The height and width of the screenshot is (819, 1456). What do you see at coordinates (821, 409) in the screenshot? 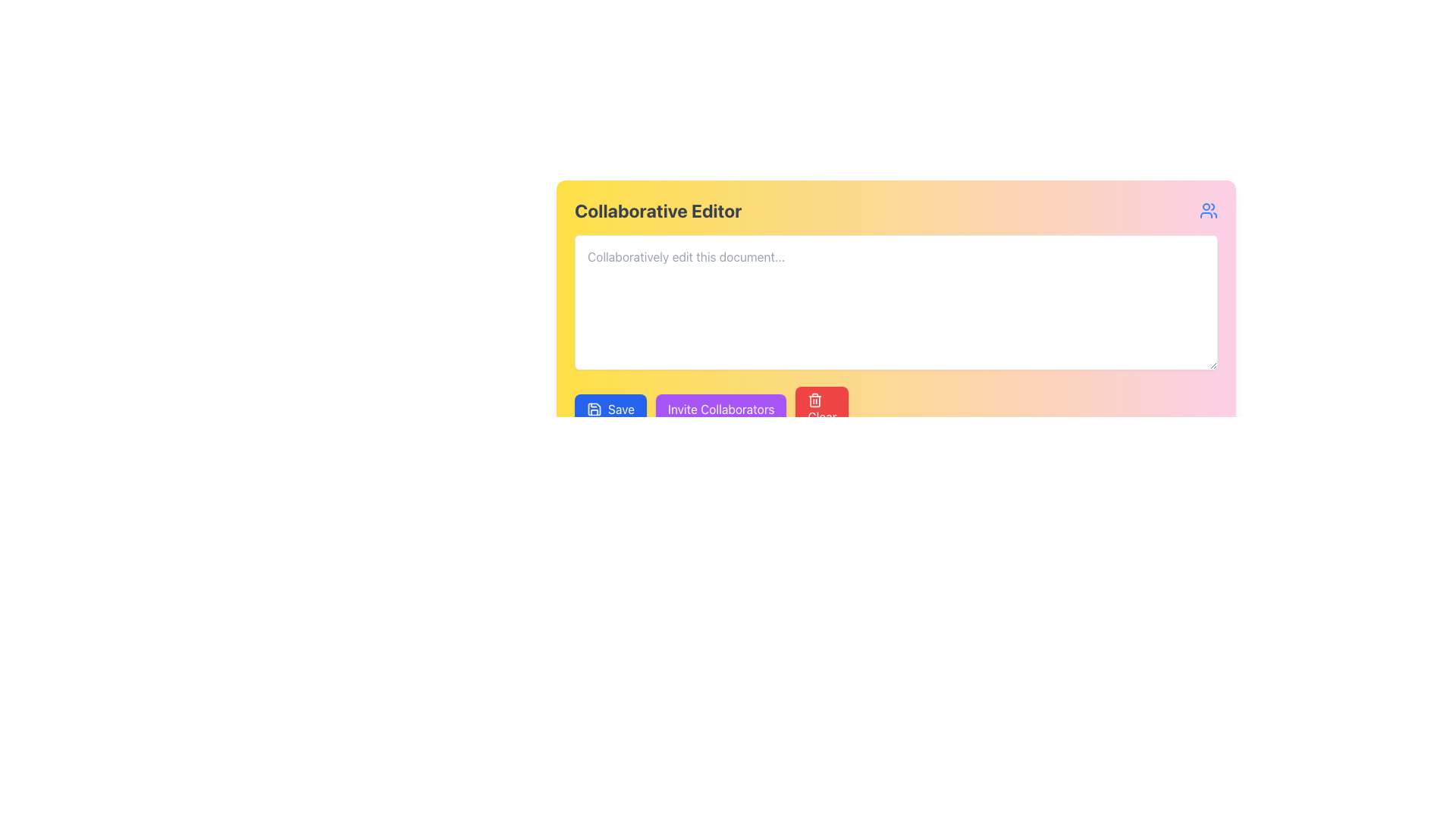
I see `the red 'Clear' button with a white trash can icon, located below the editor text area and to the right of the 'Invite Collaborators' button` at bounding box center [821, 409].